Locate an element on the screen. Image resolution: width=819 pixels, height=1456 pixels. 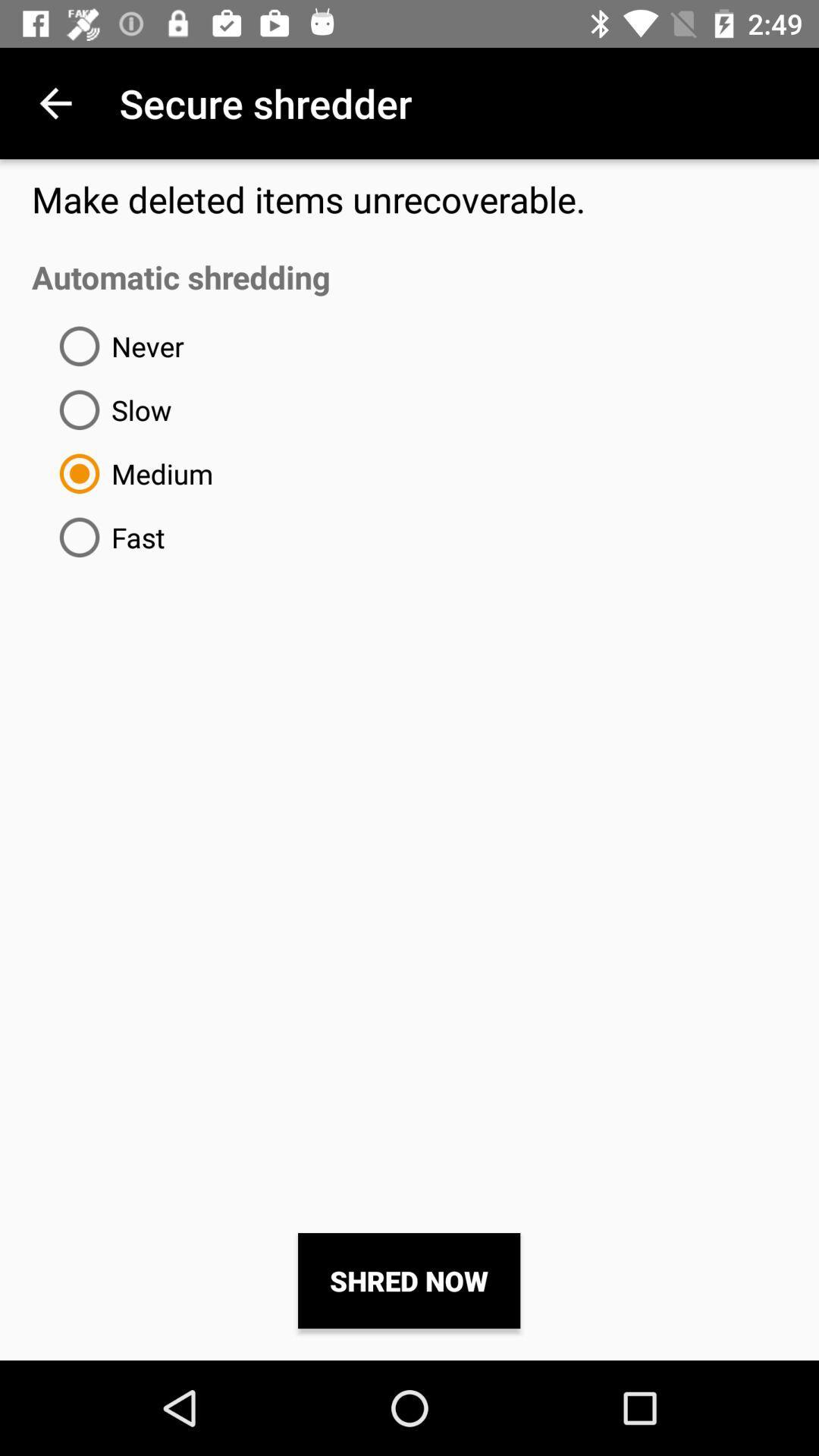
the never item is located at coordinates (115, 345).